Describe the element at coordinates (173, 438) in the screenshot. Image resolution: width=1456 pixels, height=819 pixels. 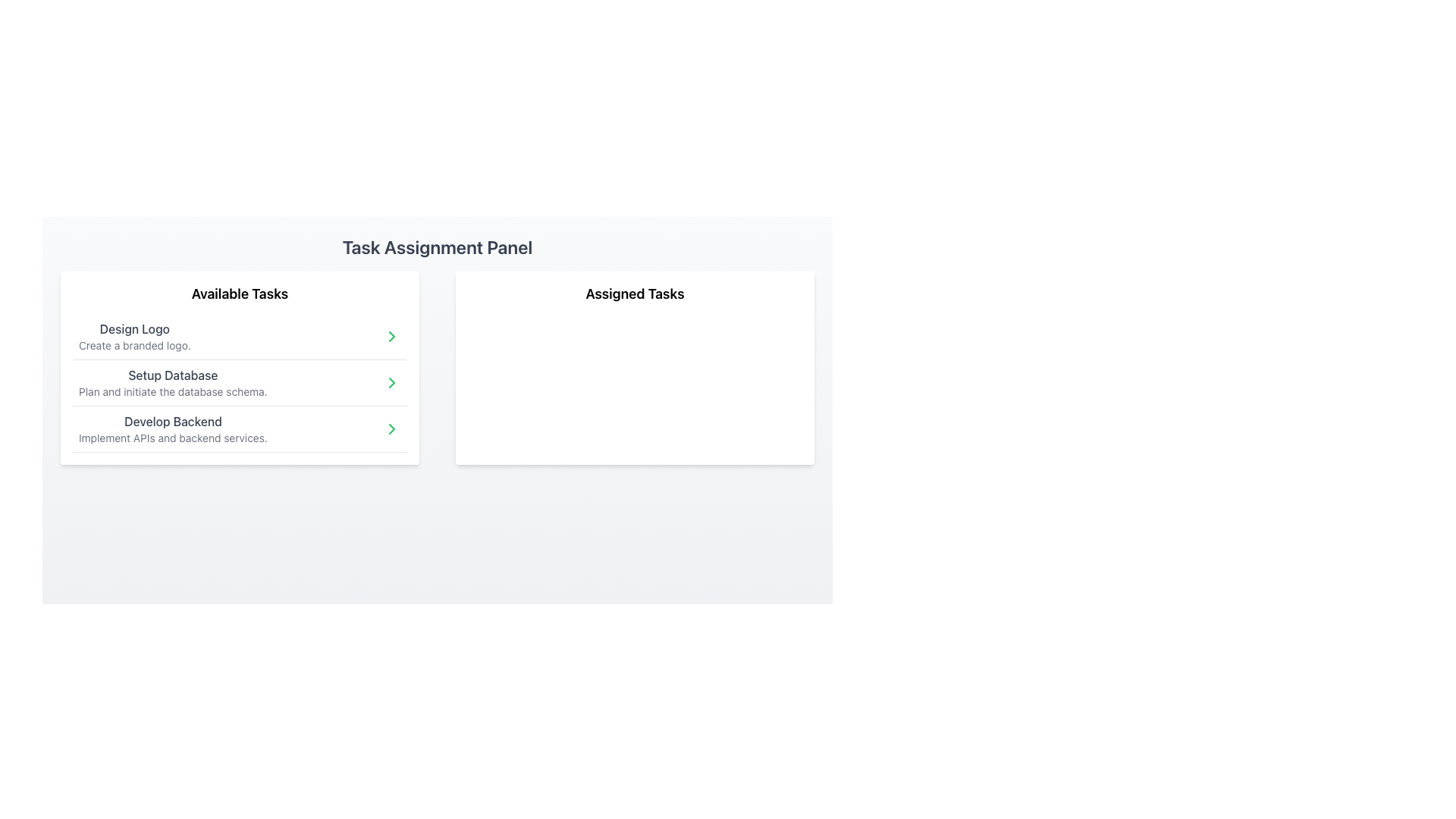
I see `the descriptive Label located in the third row of the 'Available Tasks' panel, immediately below the 'Develop Backend' header text` at that location.